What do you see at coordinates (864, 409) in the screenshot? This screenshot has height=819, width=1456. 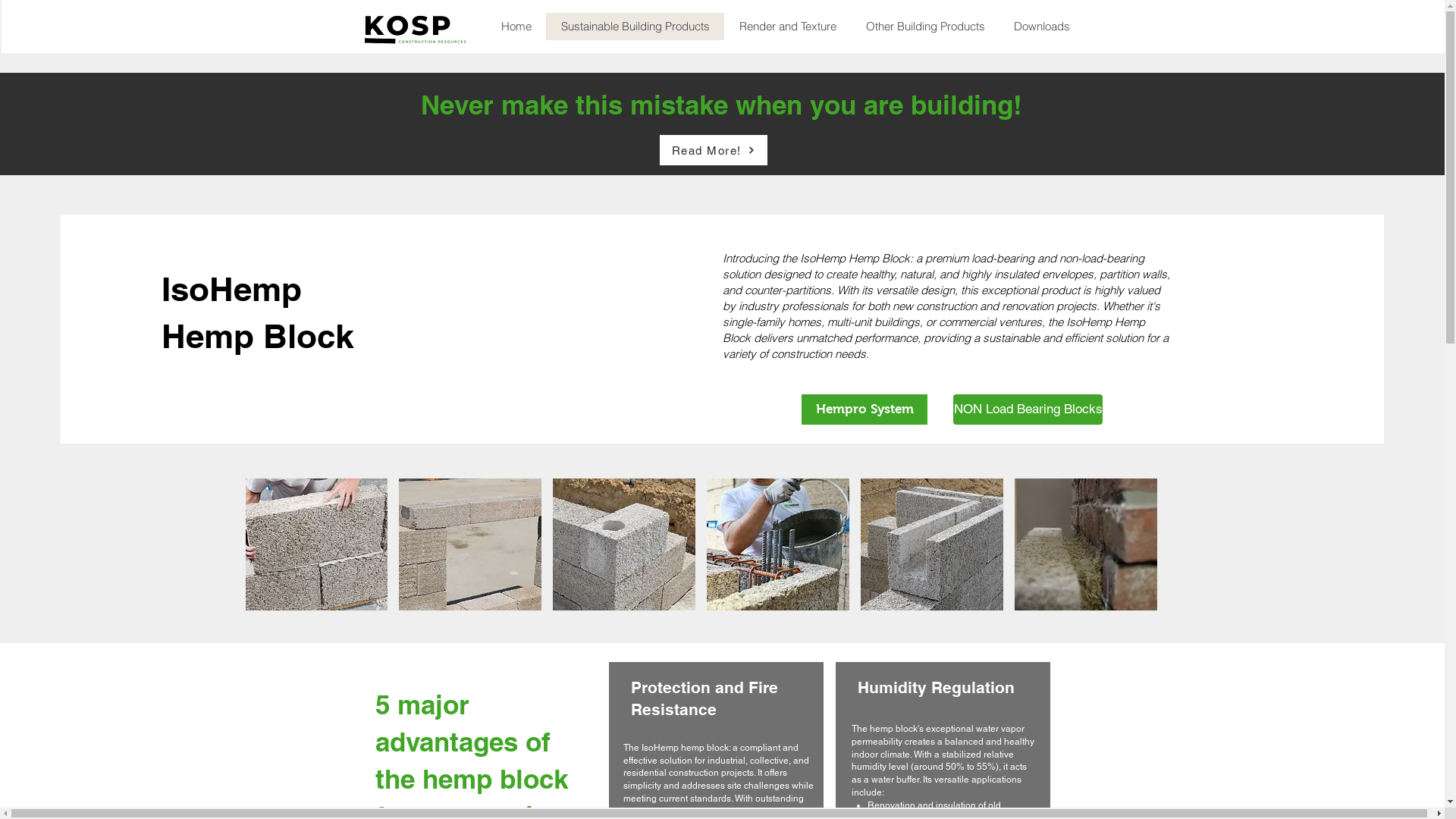 I see `'Hempro System'` at bounding box center [864, 409].